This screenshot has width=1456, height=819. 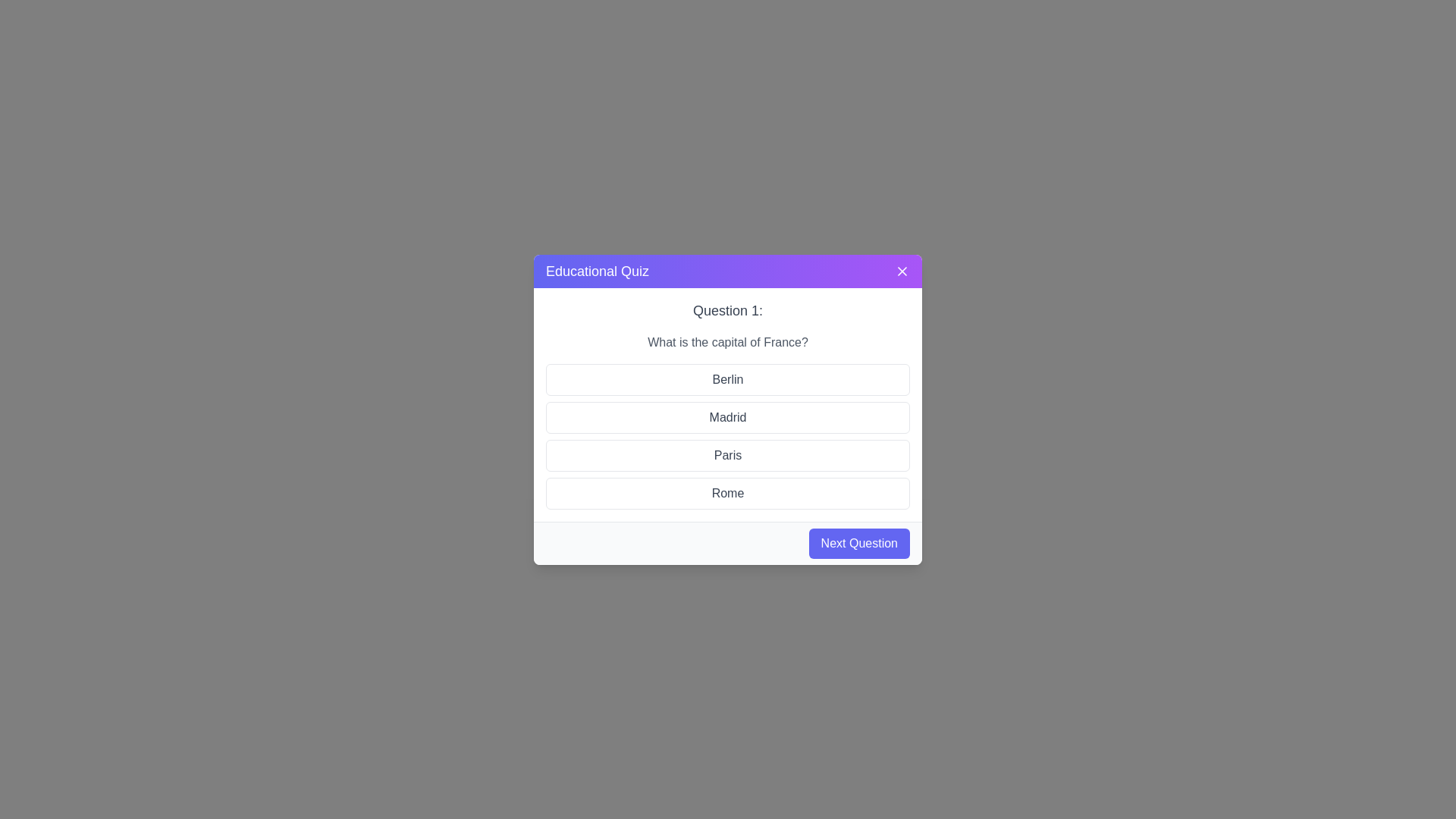 What do you see at coordinates (728, 342) in the screenshot?
I see `the static text element that serves as a question prompt in the 'Educational Quiz' modal, located directly beneath the heading 'Question 1:' and above the answer options` at bounding box center [728, 342].